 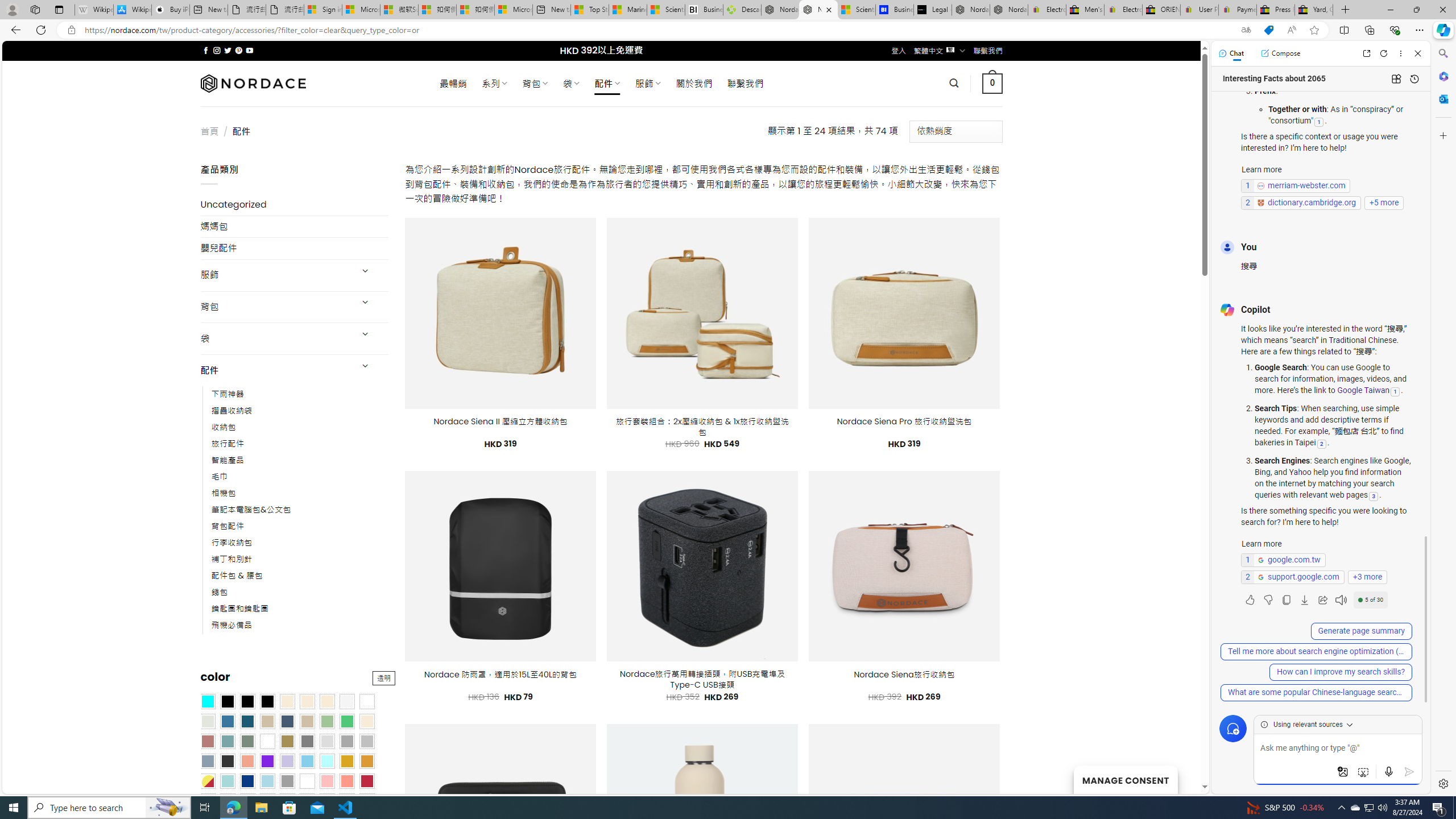 What do you see at coordinates (294, 205) in the screenshot?
I see `'Uncategorized'` at bounding box center [294, 205].